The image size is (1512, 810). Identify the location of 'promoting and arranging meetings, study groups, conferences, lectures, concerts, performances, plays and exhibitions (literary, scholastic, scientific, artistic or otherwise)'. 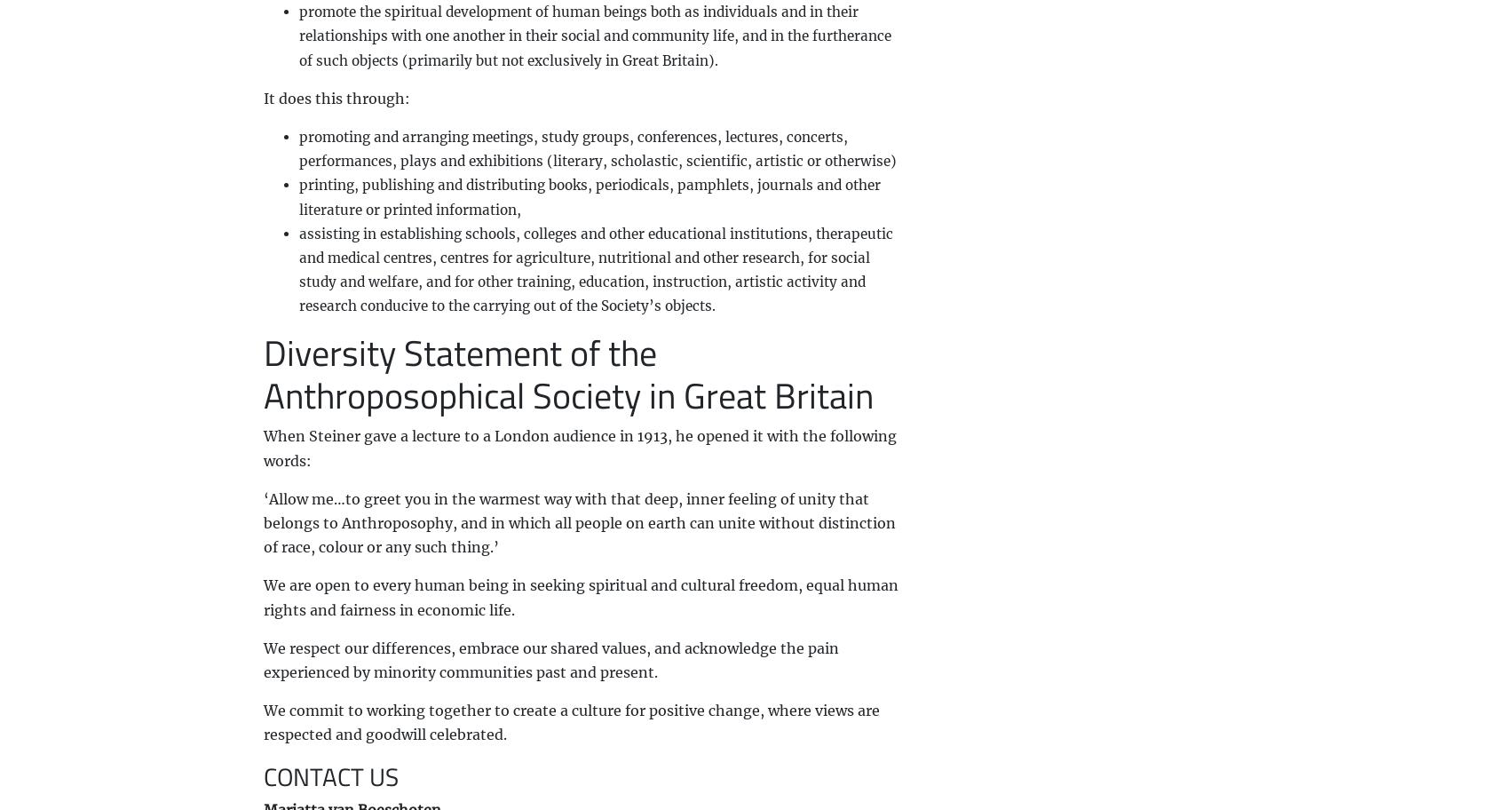
(596, 148).